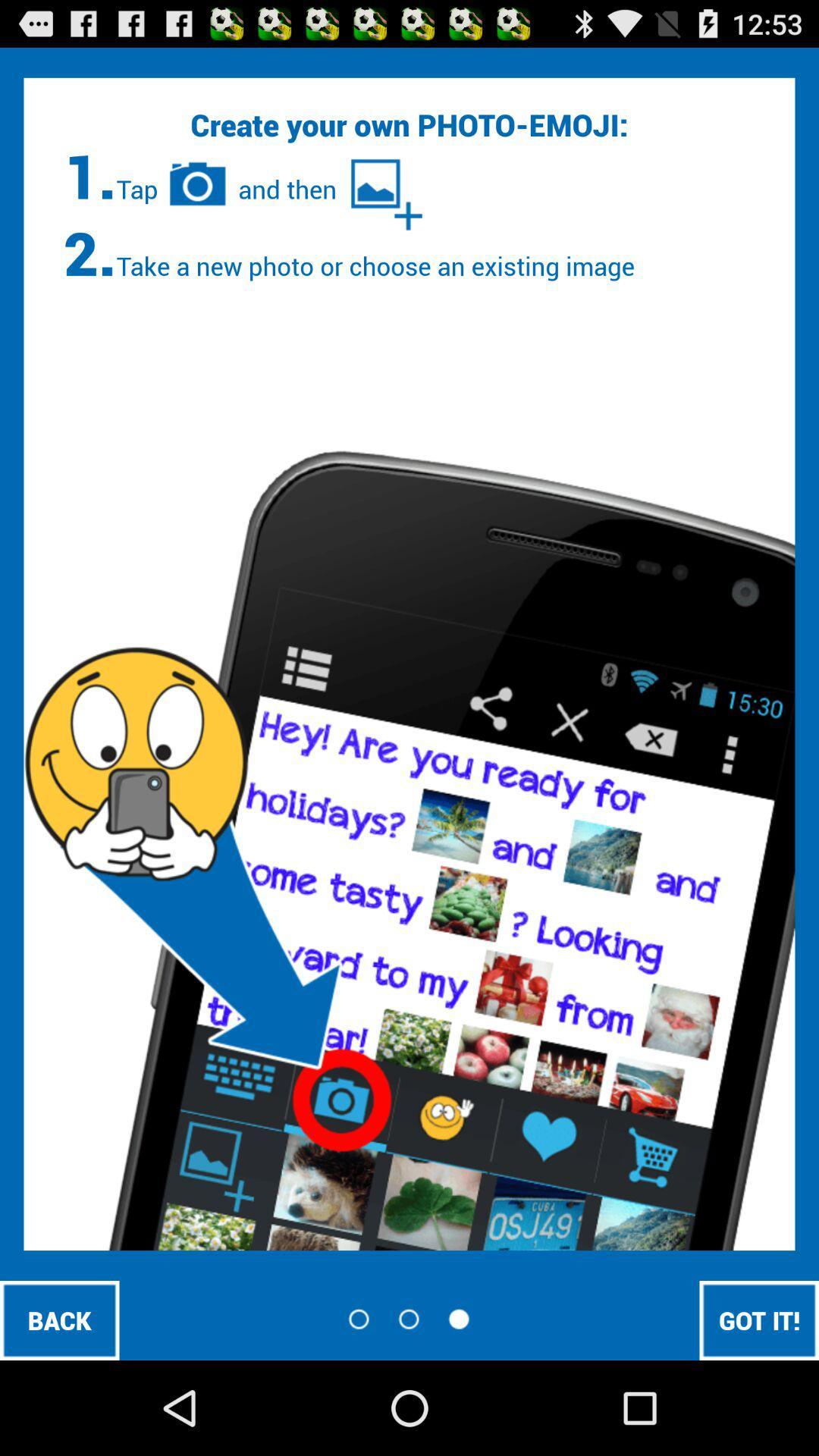 Image resolution: width=819 pixels, height=1456 pixels. I want to click on the got it!, so click(759, 1319).